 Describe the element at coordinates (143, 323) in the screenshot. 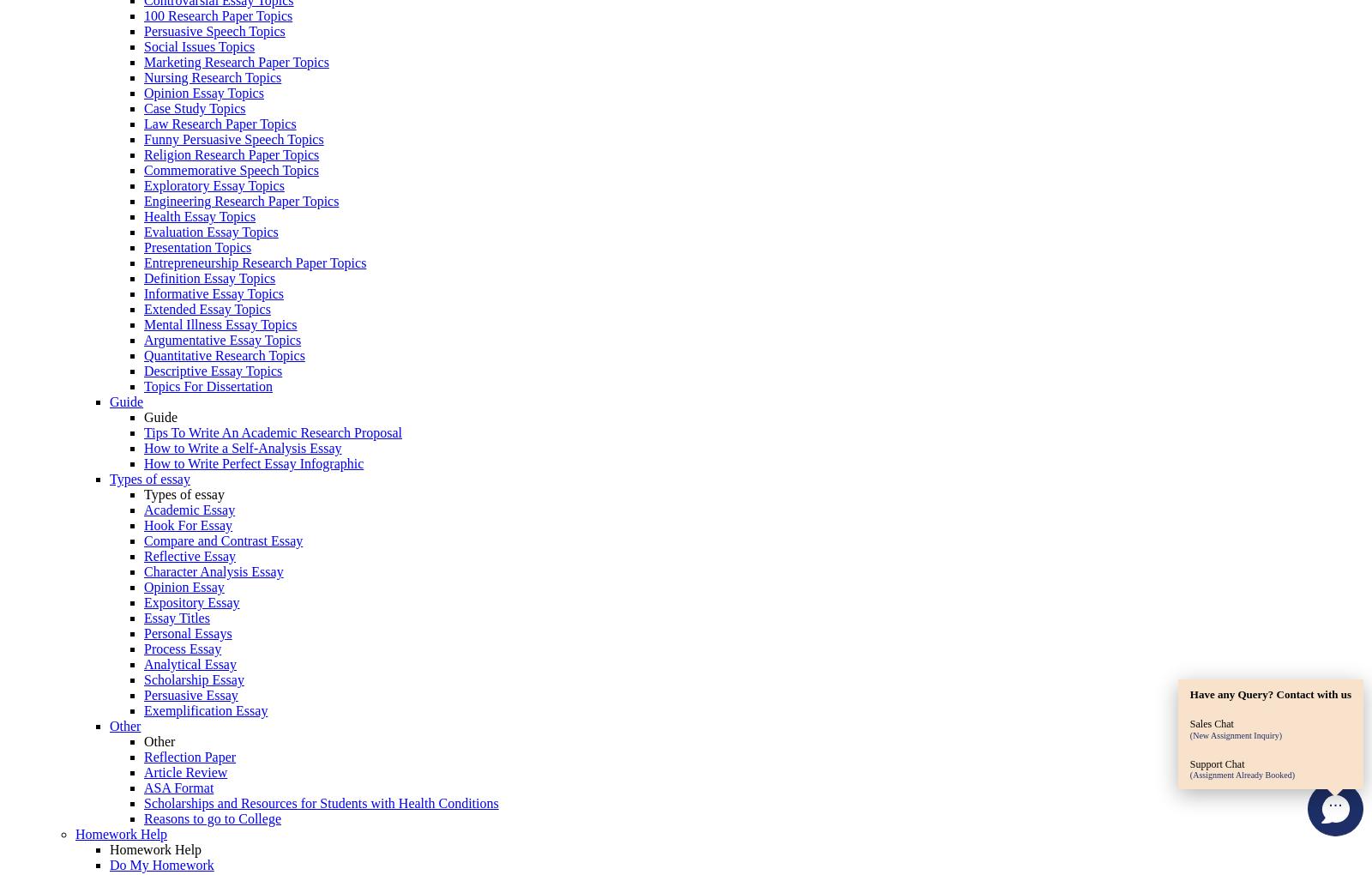

I see `'Mental Illness Essay Topics'` at that location.